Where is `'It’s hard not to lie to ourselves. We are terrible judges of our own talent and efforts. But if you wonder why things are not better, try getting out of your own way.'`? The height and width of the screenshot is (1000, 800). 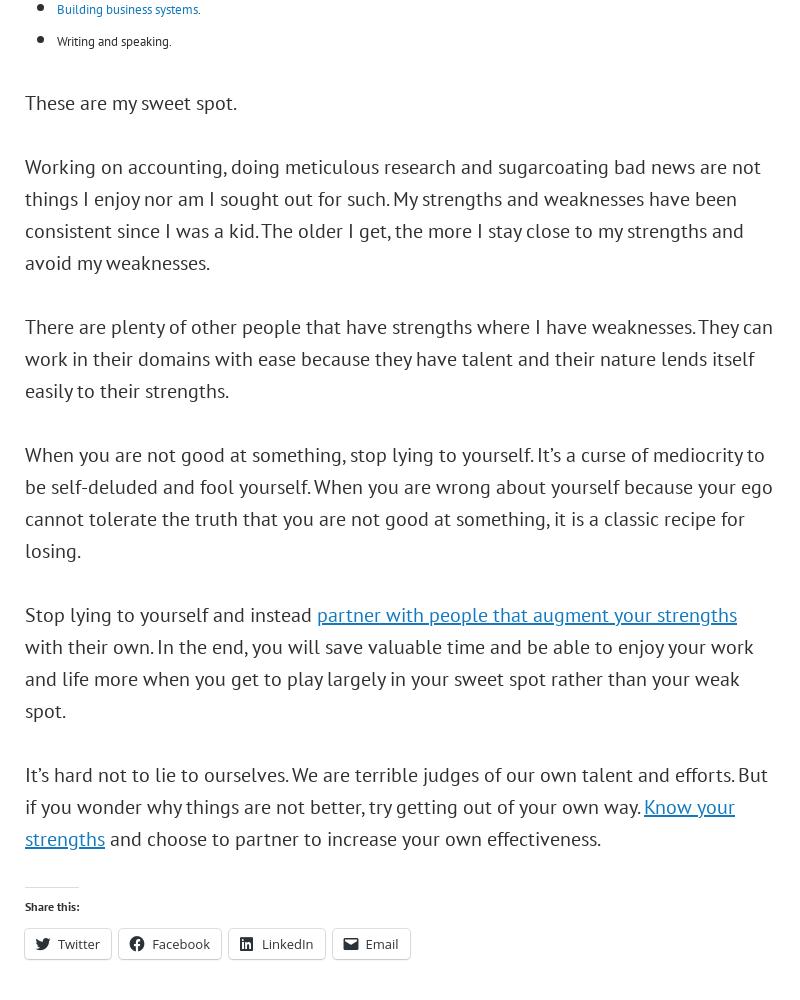
'It’s hard not to lie to ourselves. We are terrible judges of our own talent and efforts. But if you wonder why things are not better, try getting out of your own way.' is located at coordinates (395, 790).